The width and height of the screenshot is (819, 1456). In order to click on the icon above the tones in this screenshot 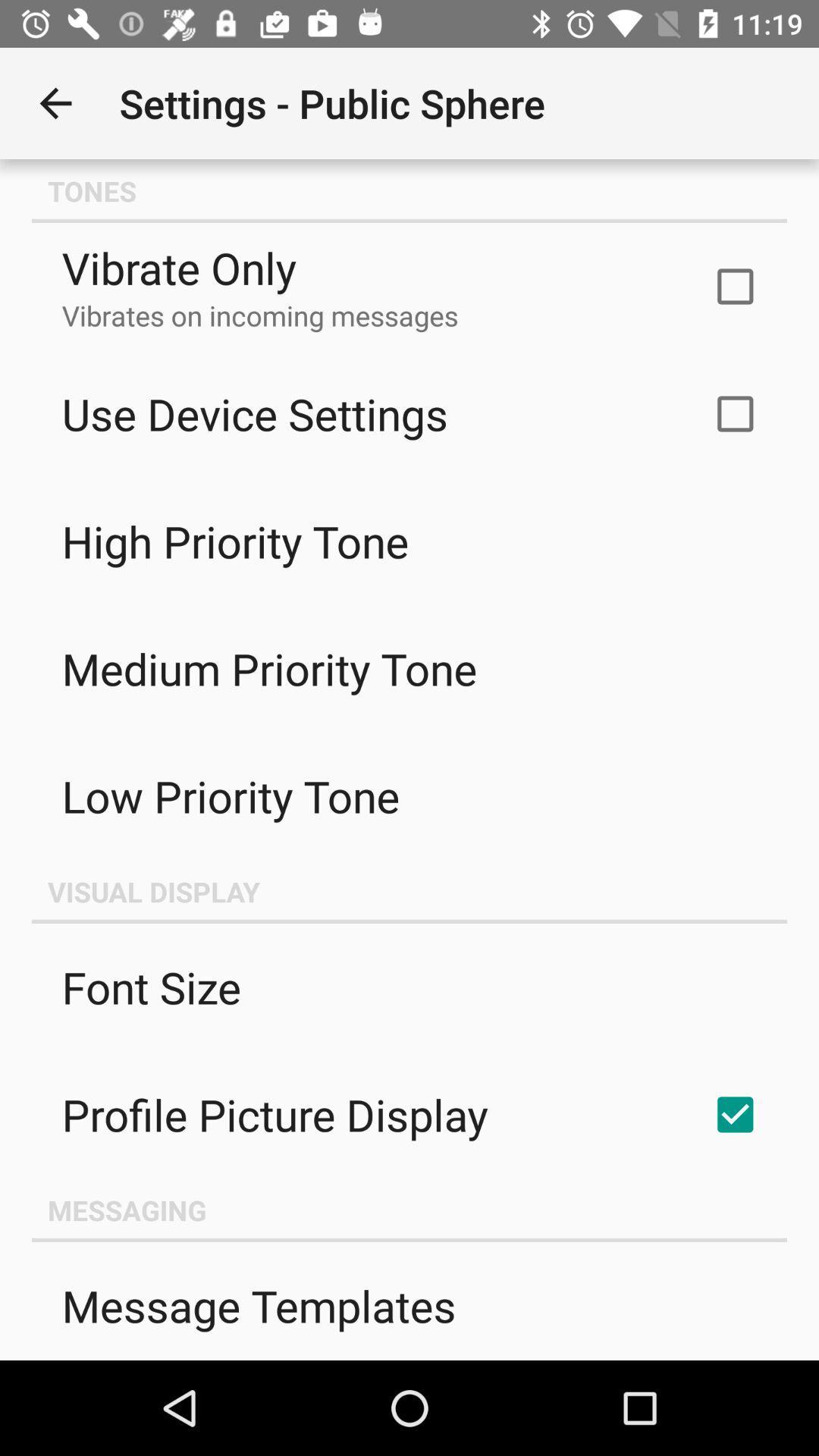, I will do `click(55, 102)`.